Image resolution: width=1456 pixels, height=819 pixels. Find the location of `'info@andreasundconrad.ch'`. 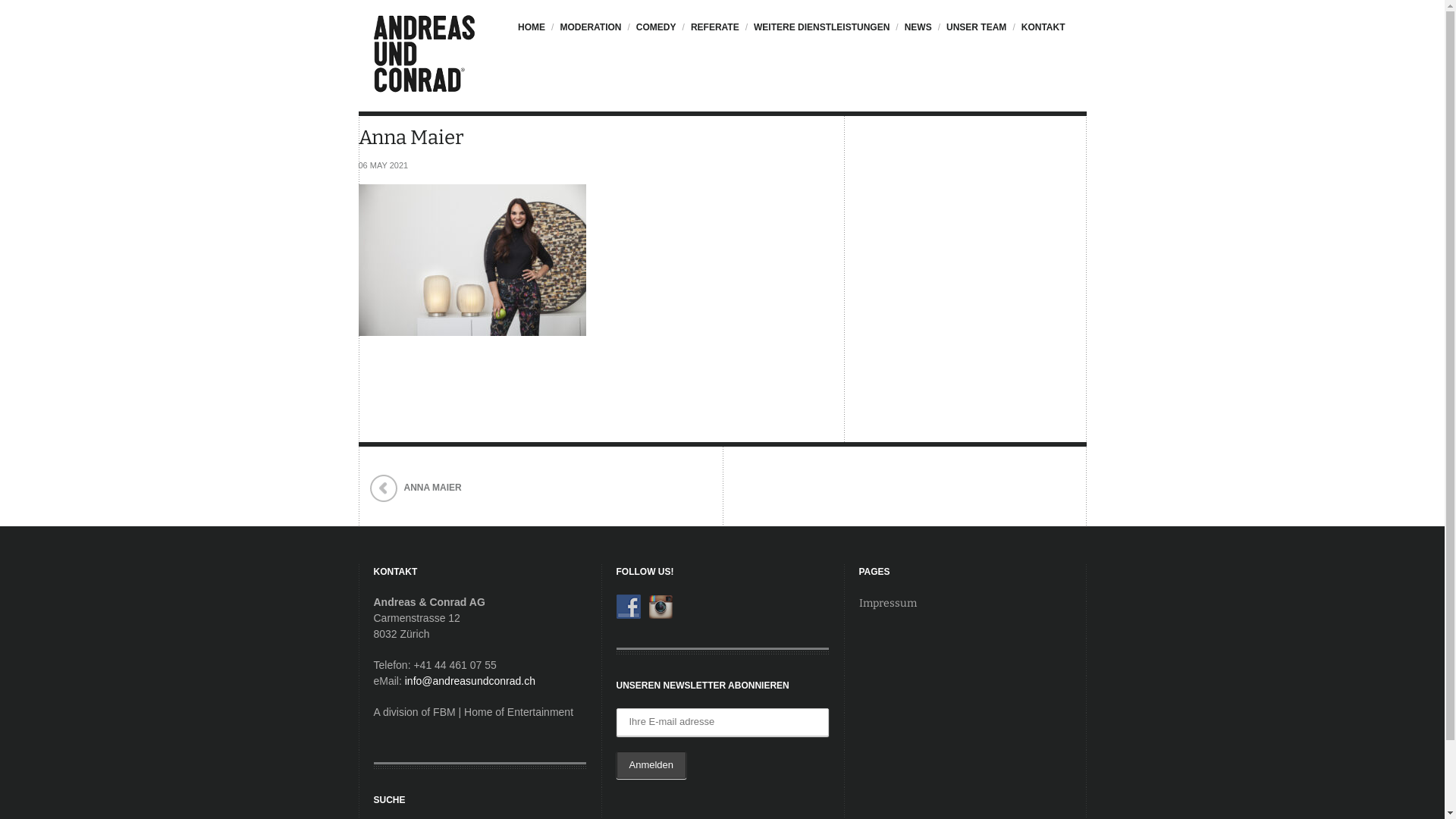

'info@andreasundconrad.ch' is located at coordinates (469, 680).